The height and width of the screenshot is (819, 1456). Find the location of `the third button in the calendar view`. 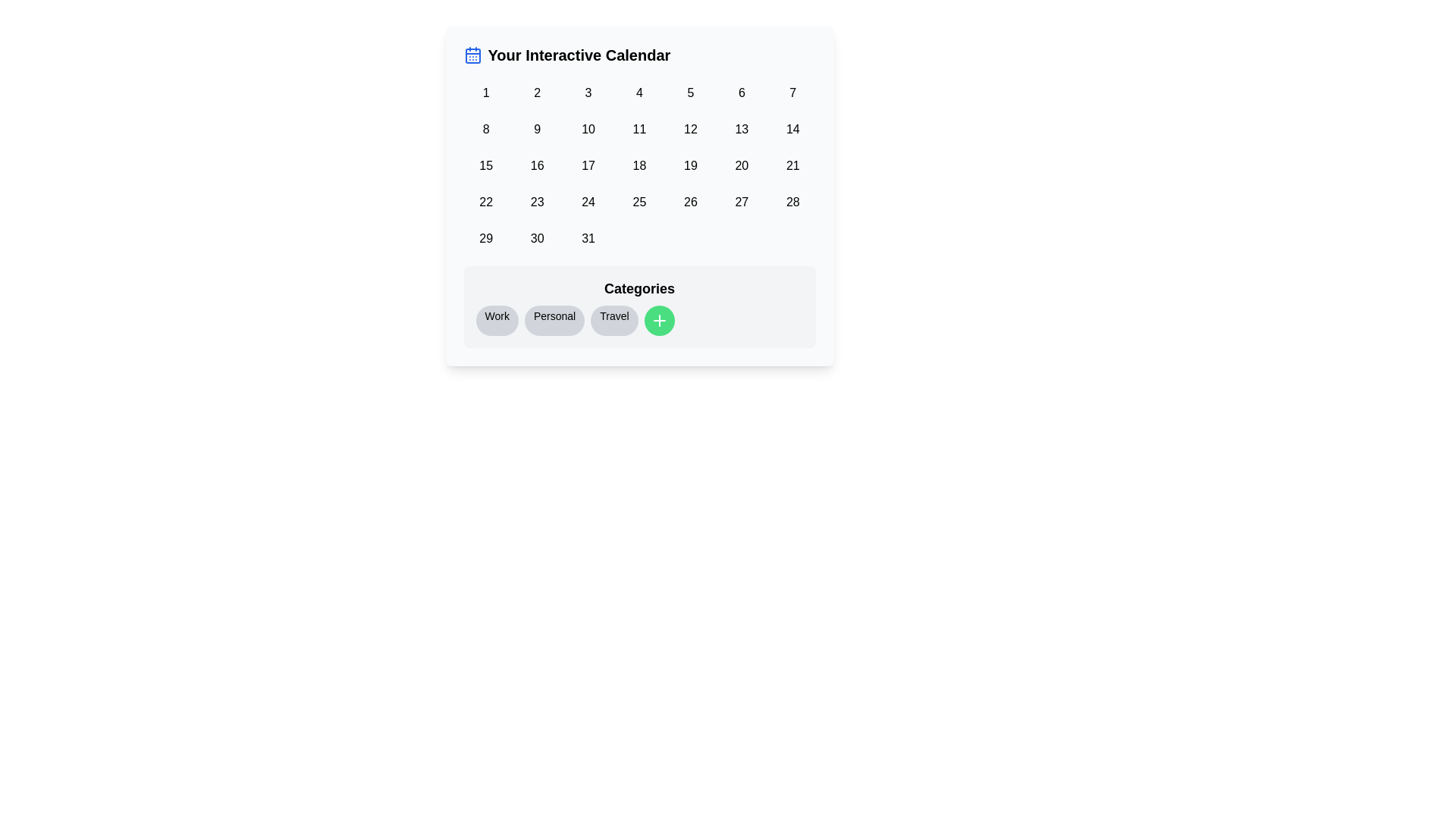

the third button in the calendar view is located at coordinates (588, 93).